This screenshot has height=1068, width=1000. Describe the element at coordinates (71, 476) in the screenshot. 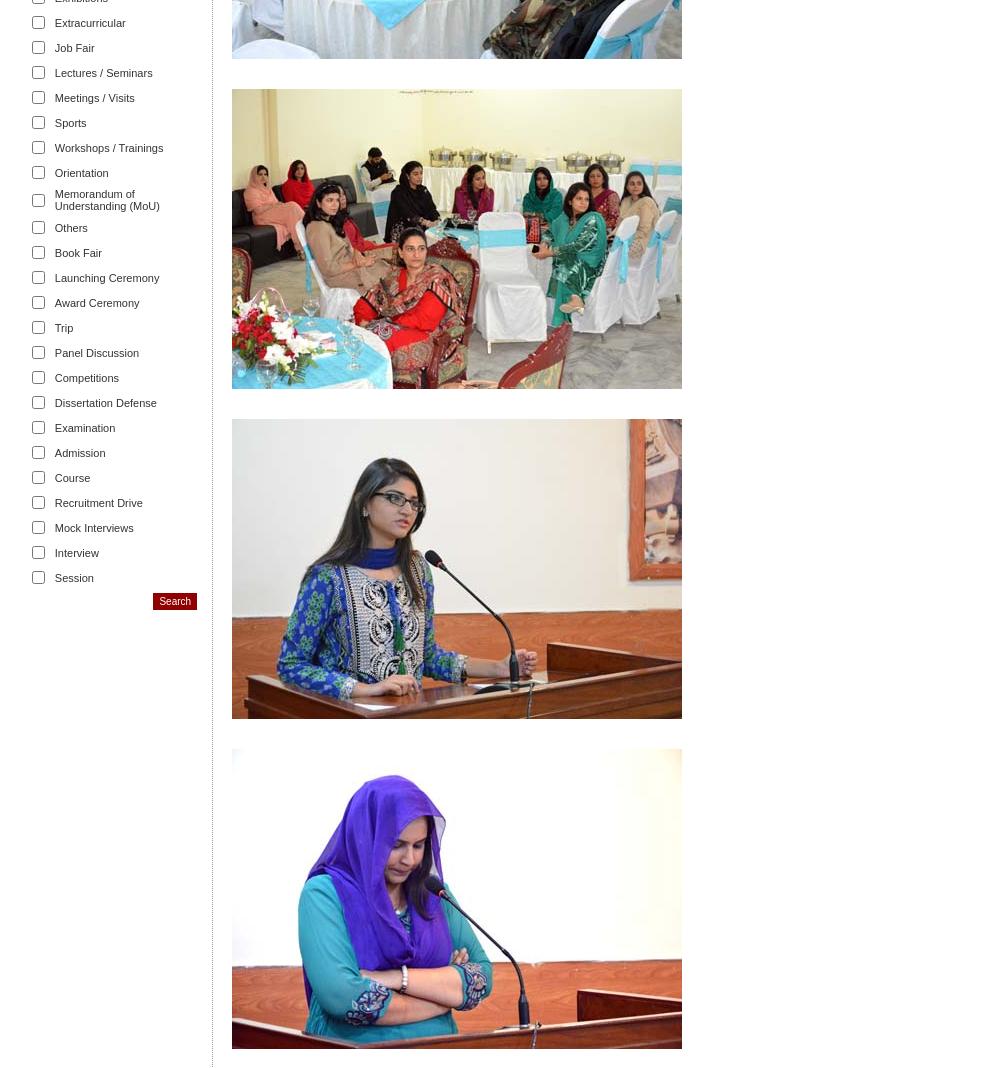

I see `'Course'` at that location.